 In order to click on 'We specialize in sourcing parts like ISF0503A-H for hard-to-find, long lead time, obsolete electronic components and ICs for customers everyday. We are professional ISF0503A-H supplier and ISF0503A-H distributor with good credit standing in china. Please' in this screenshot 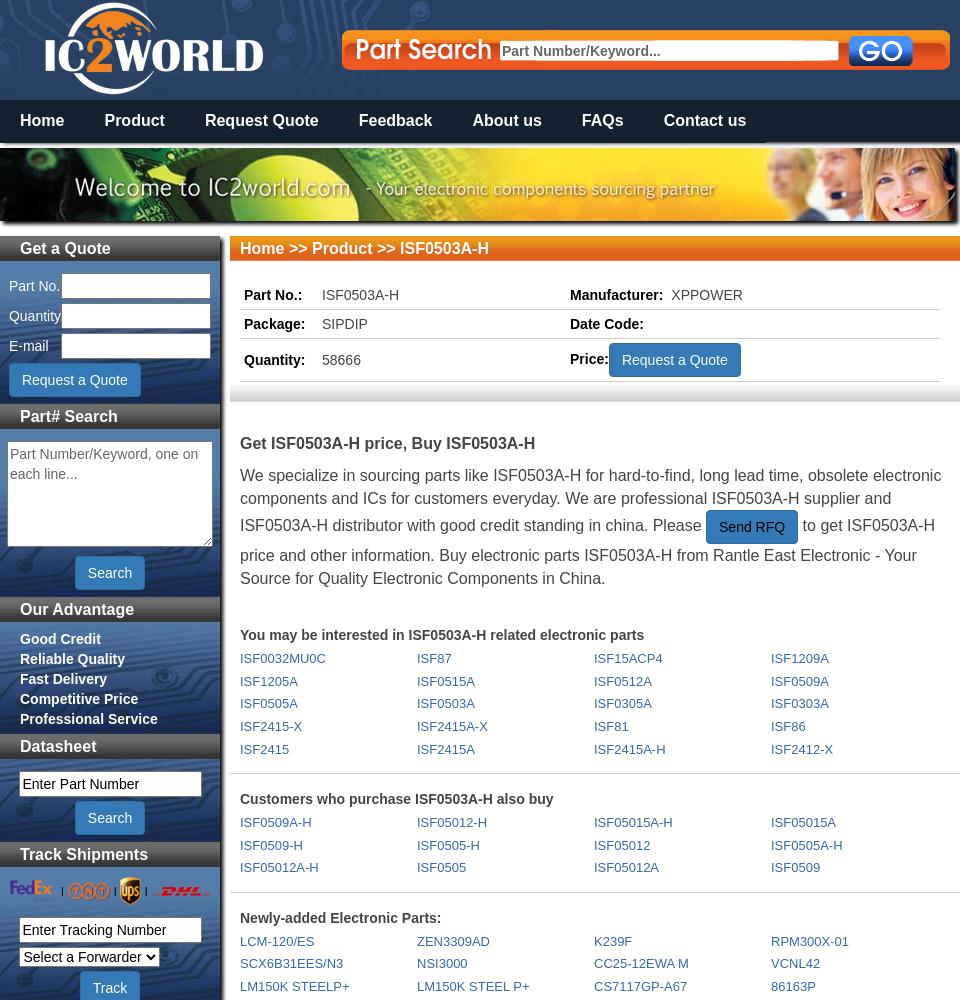, I will do `click(590, 500)`.